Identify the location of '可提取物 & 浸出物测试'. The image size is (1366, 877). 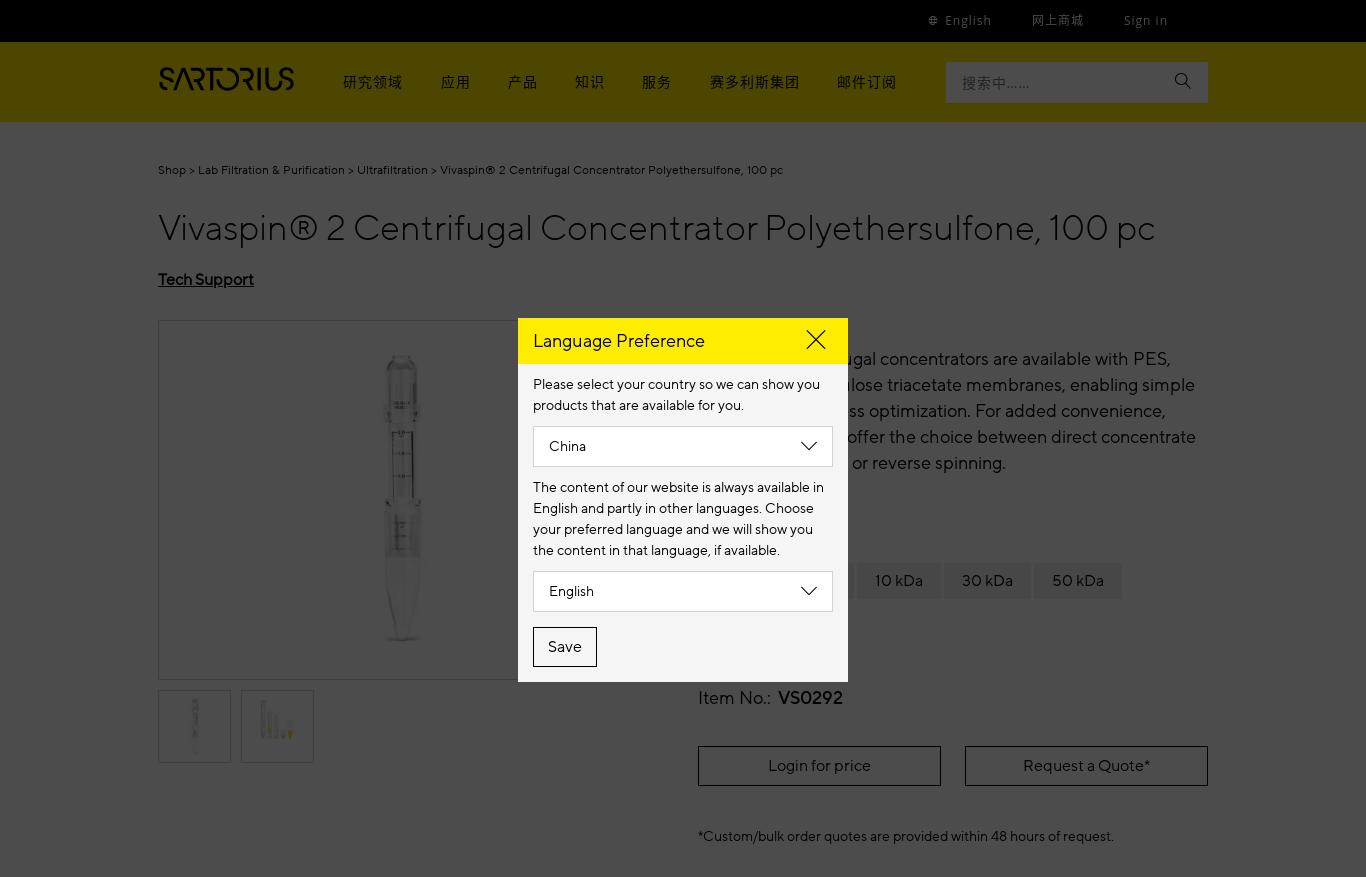
(584, 184).